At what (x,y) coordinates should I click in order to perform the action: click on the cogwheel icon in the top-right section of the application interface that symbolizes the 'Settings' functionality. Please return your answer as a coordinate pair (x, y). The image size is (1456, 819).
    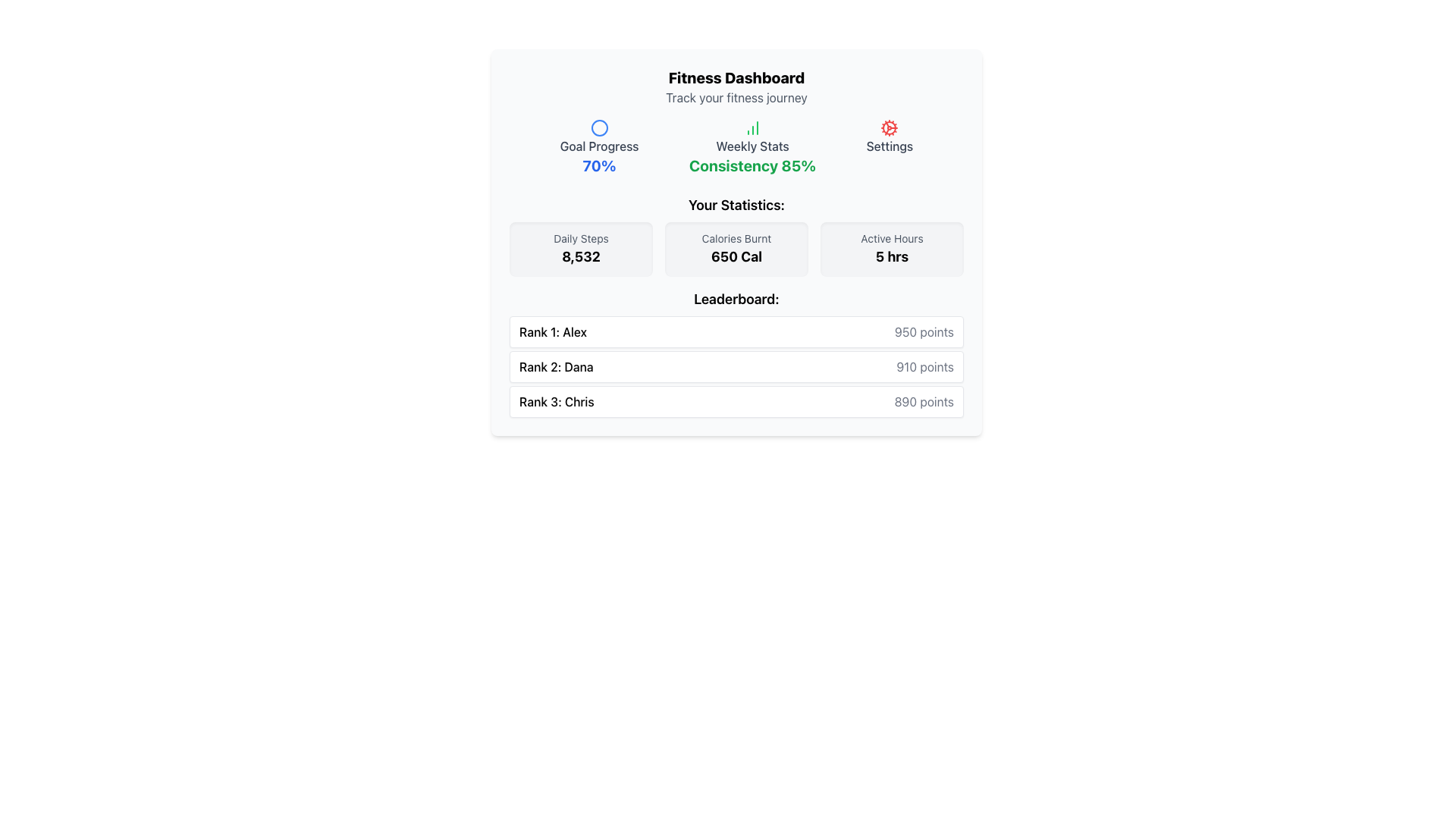
    Looking at the image, I should click on (890, 127).